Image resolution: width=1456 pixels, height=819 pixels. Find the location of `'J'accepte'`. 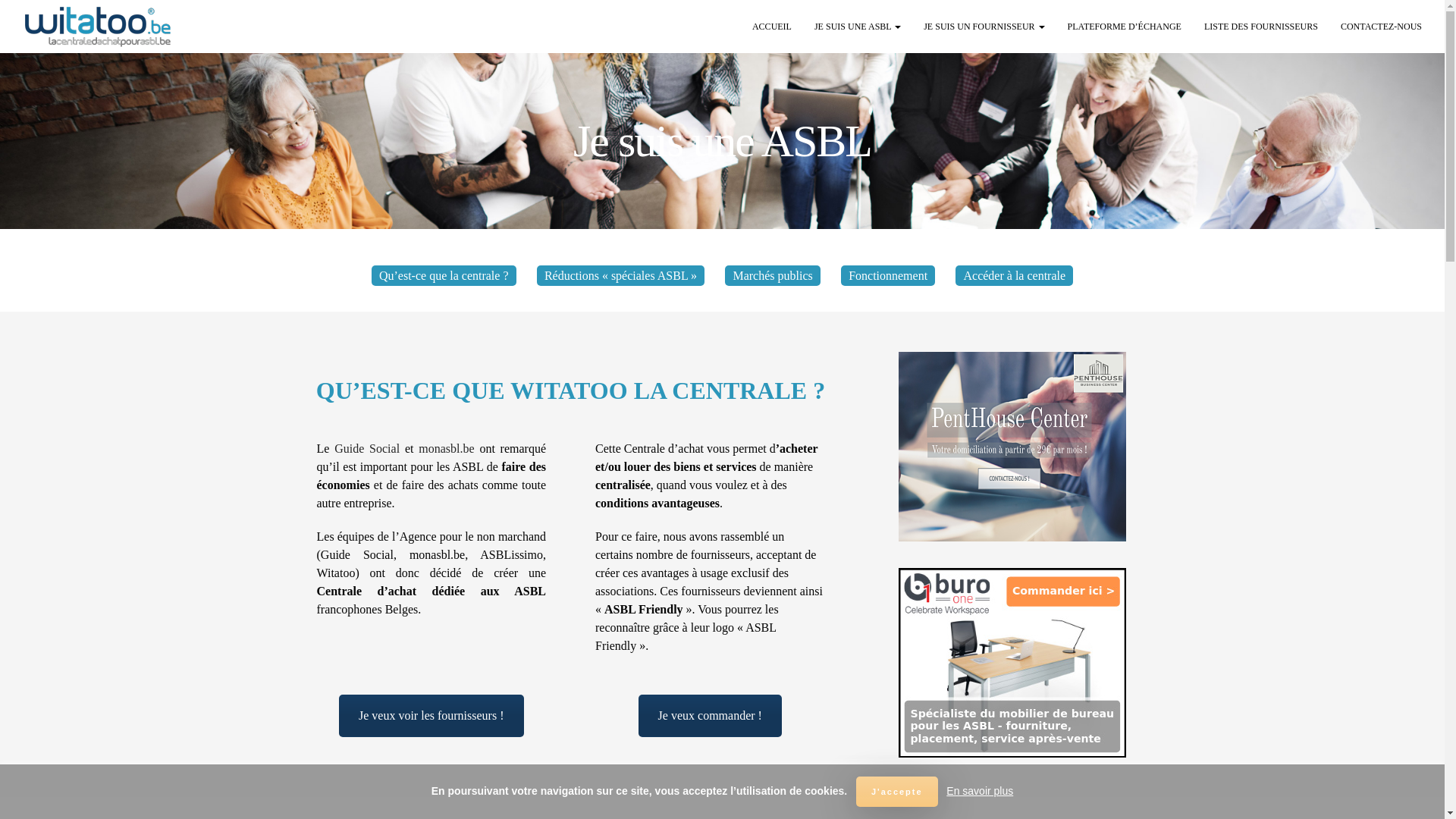

'J'accepte' is located at coordinates (896, 791).